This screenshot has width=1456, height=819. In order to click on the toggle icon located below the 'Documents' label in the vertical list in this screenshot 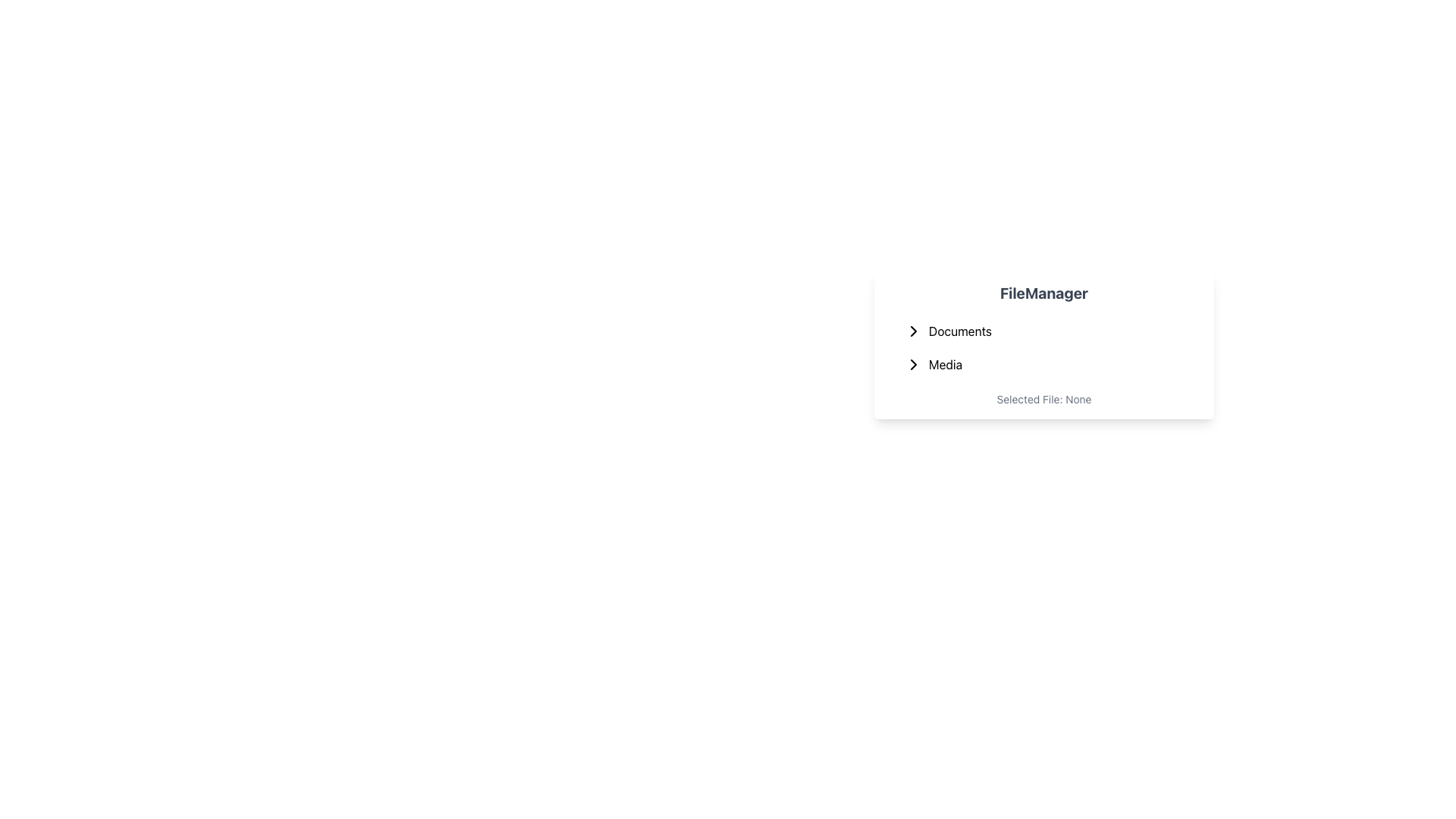, I will do `click(912, 330)`.